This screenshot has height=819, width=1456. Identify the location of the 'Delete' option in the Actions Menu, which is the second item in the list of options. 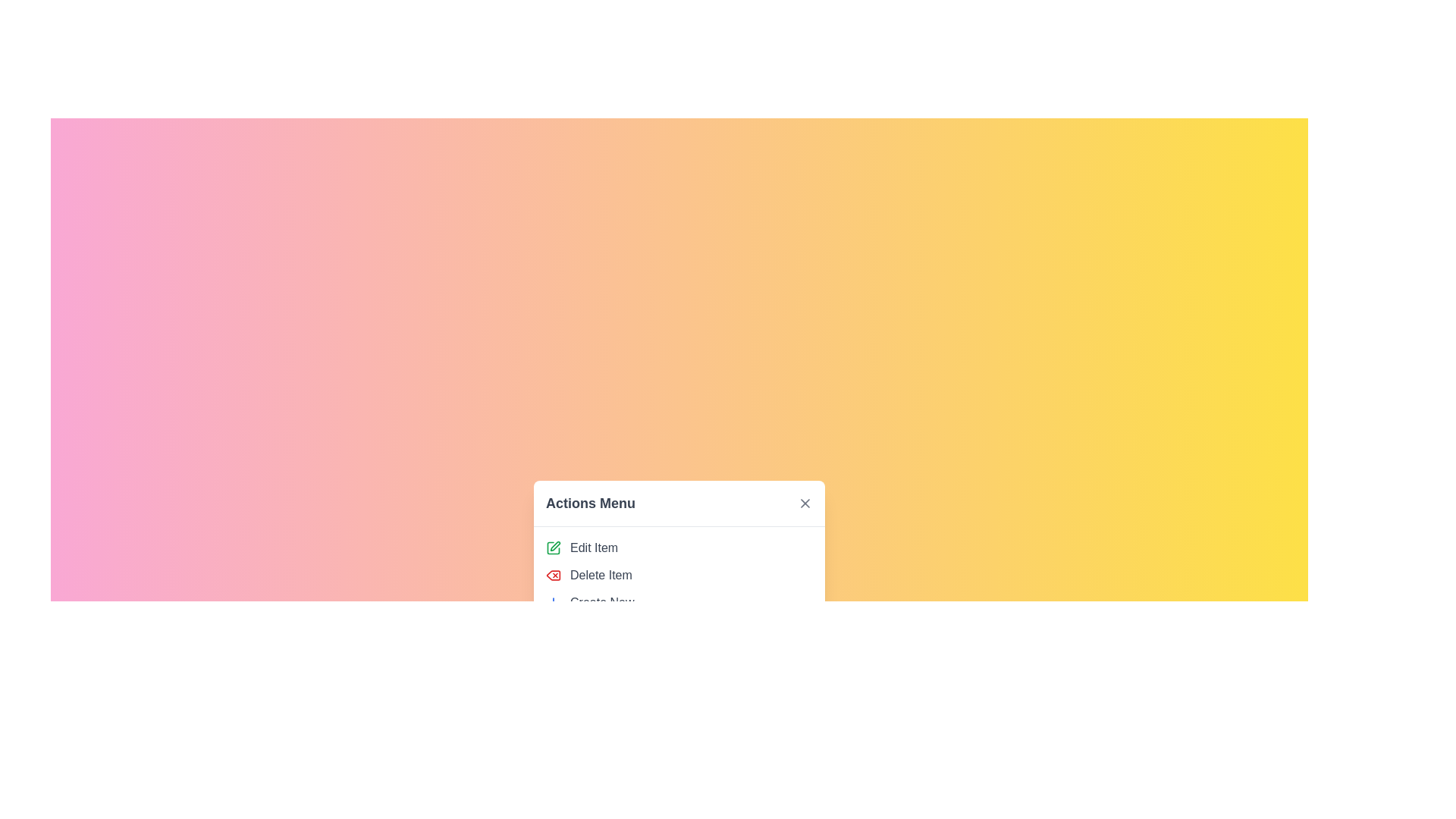
(600, 575).